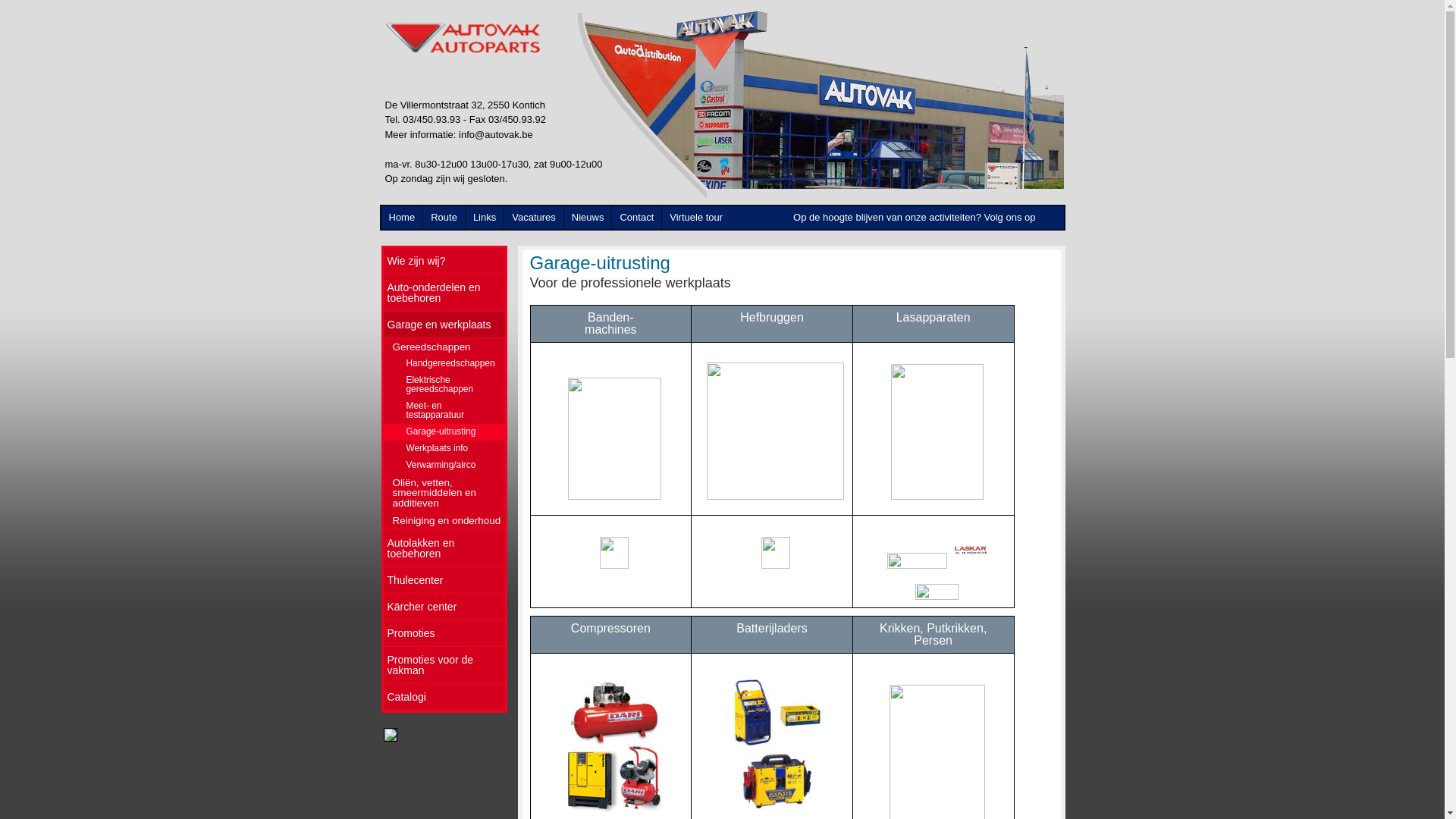 The height and width of the screenshot is (819, 1456). Describe the element at coordinates (383, 664) in the screenshot. I see `'Promoties voor de vakman'` at that location.